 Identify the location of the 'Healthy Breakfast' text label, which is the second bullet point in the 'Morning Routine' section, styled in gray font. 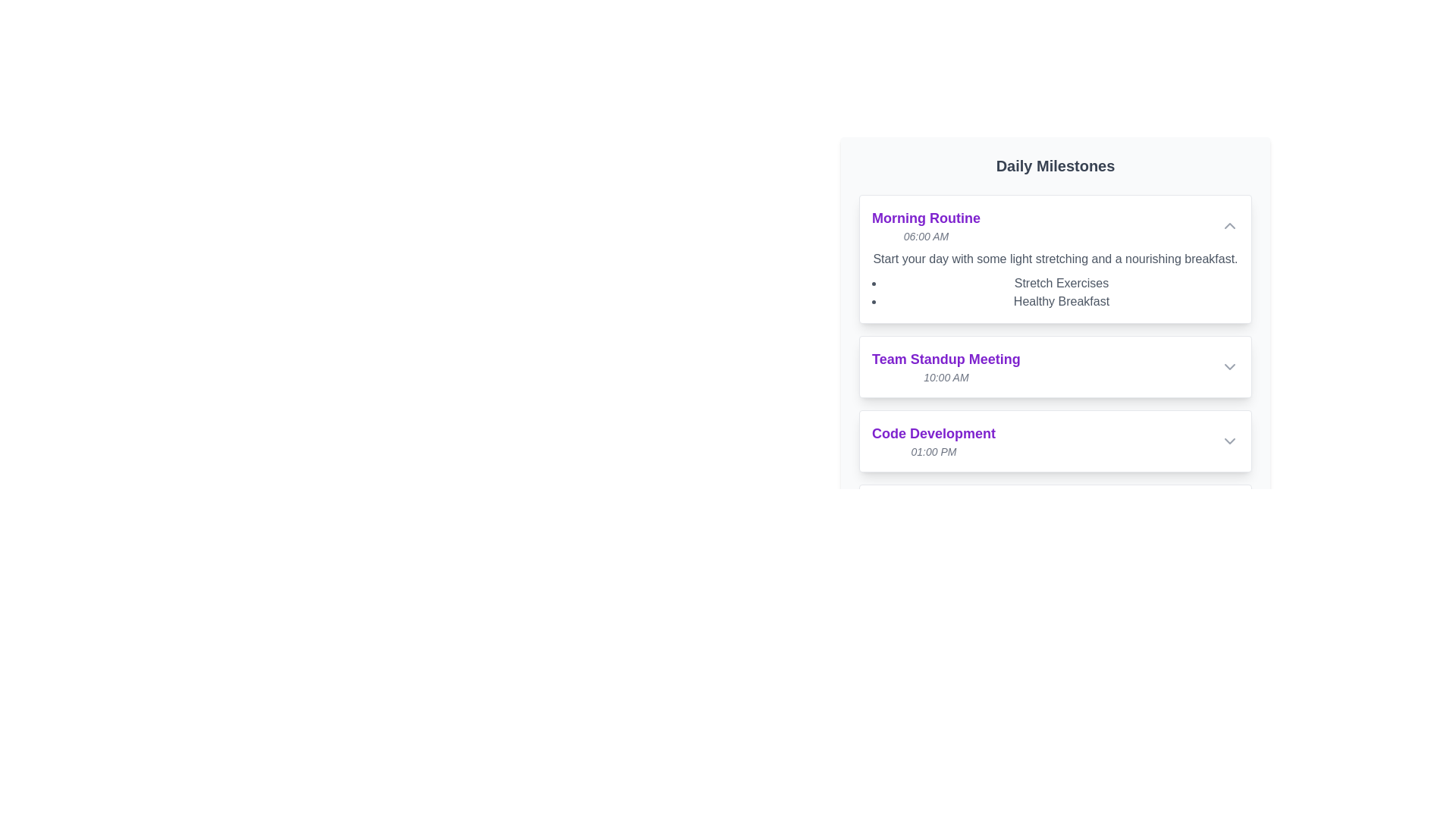
(1061, 301).